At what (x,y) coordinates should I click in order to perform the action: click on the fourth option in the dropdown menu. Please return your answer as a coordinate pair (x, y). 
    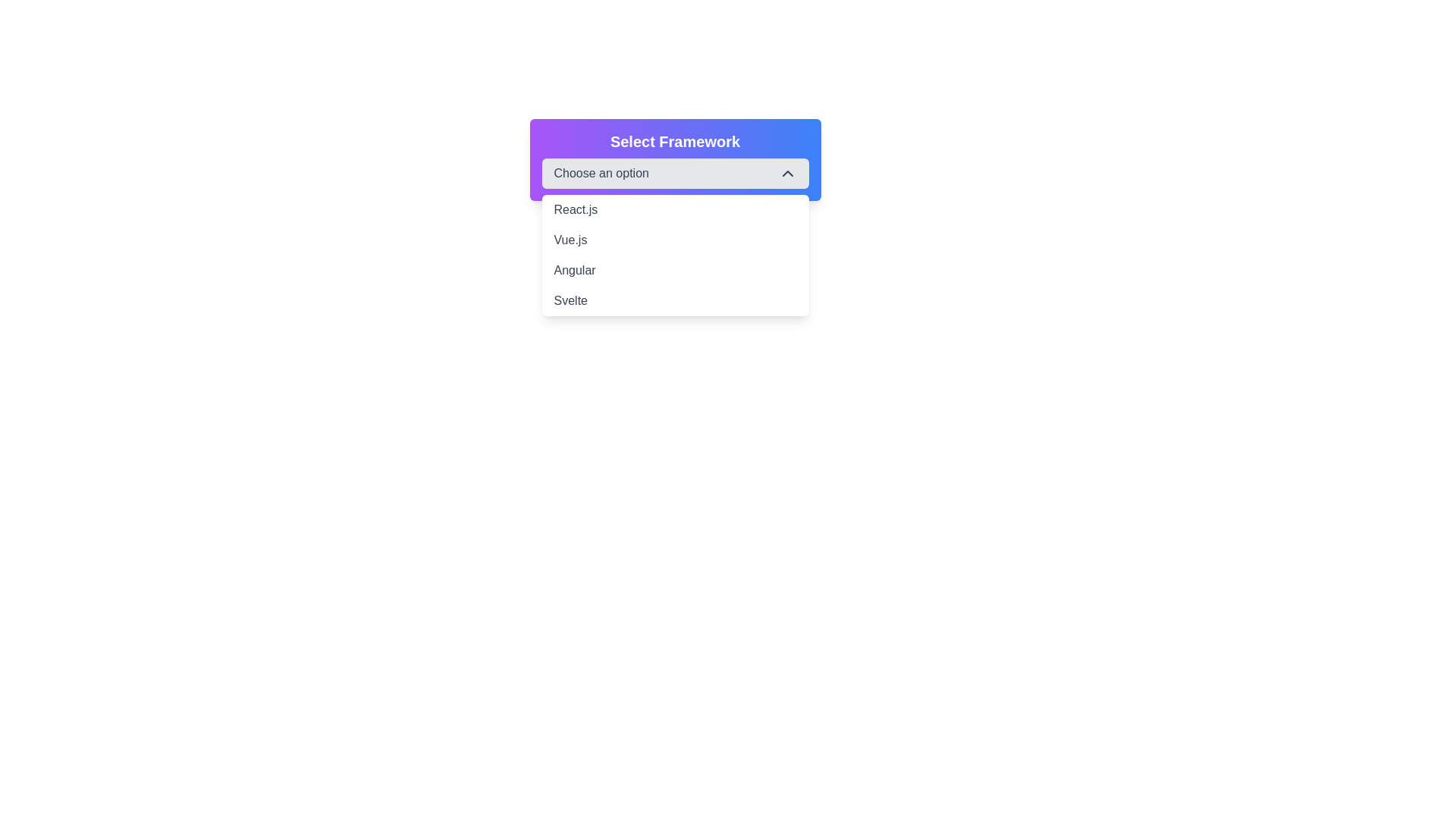
    Looking at the image, I should click on (674, 301).